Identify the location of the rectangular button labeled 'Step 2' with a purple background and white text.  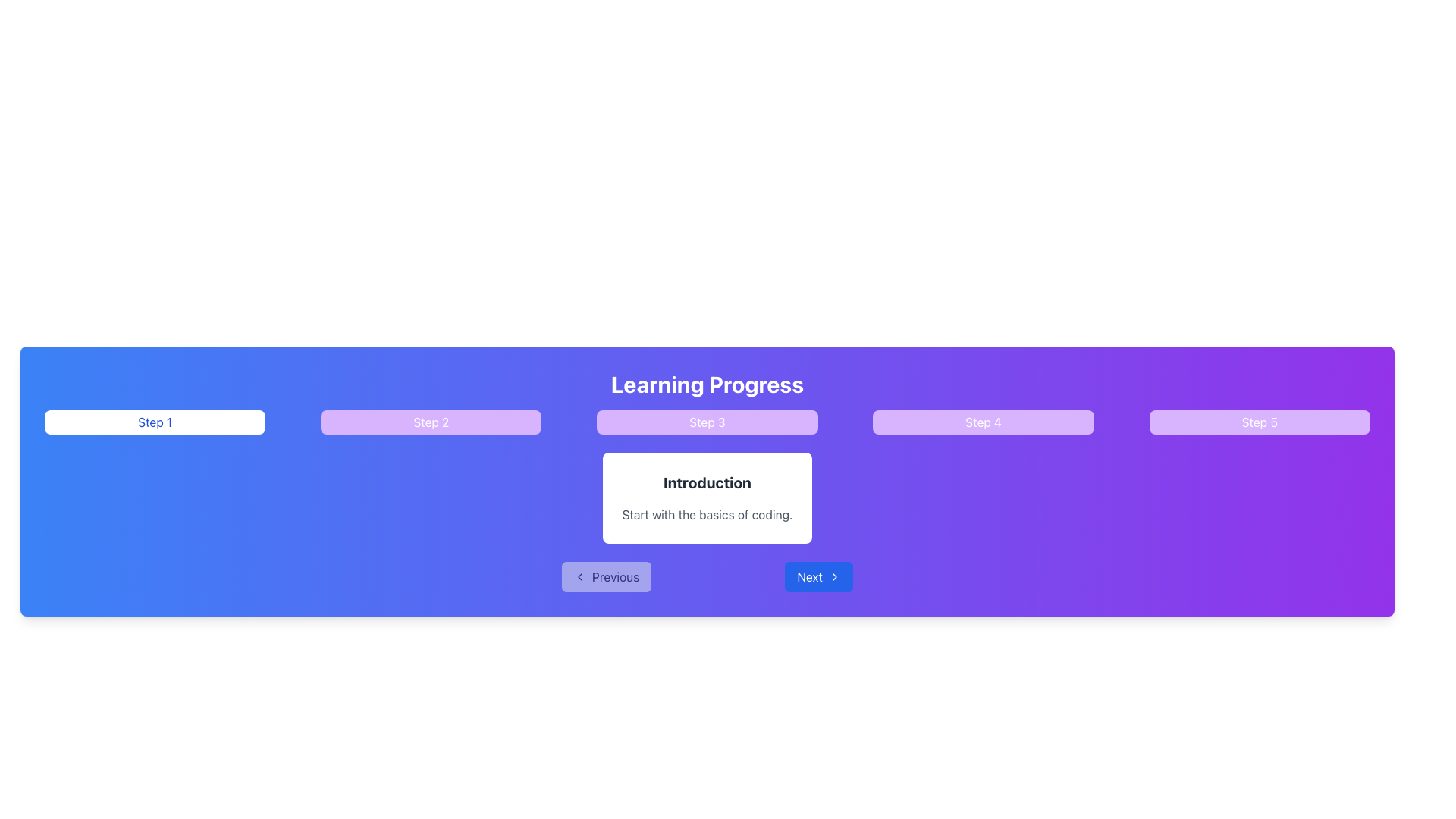
(430, 422).